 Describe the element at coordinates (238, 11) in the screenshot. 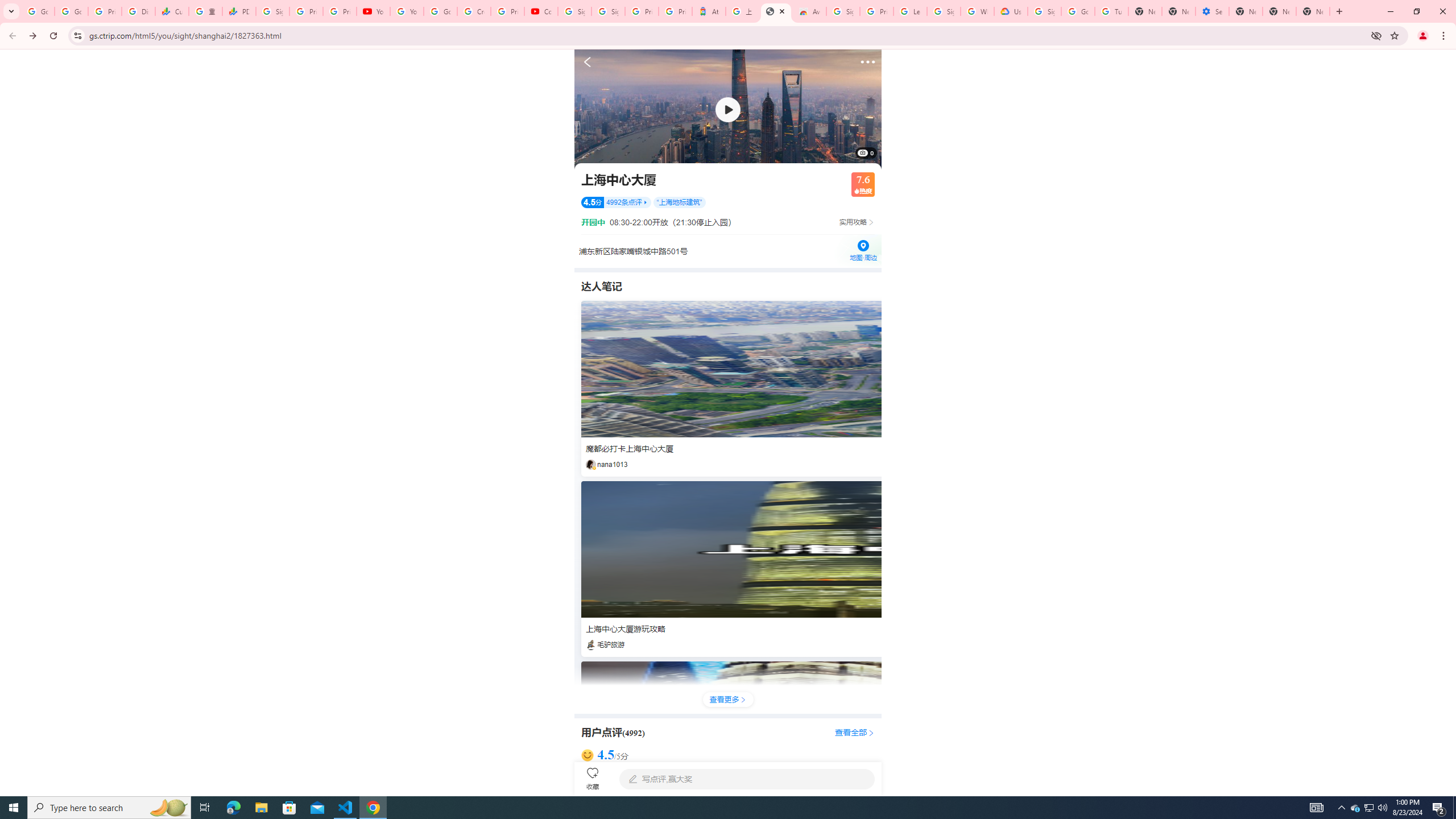

I see `'PDD Holdings Inc - ADR (PDD) Price & News - Google Finance'` at that location.